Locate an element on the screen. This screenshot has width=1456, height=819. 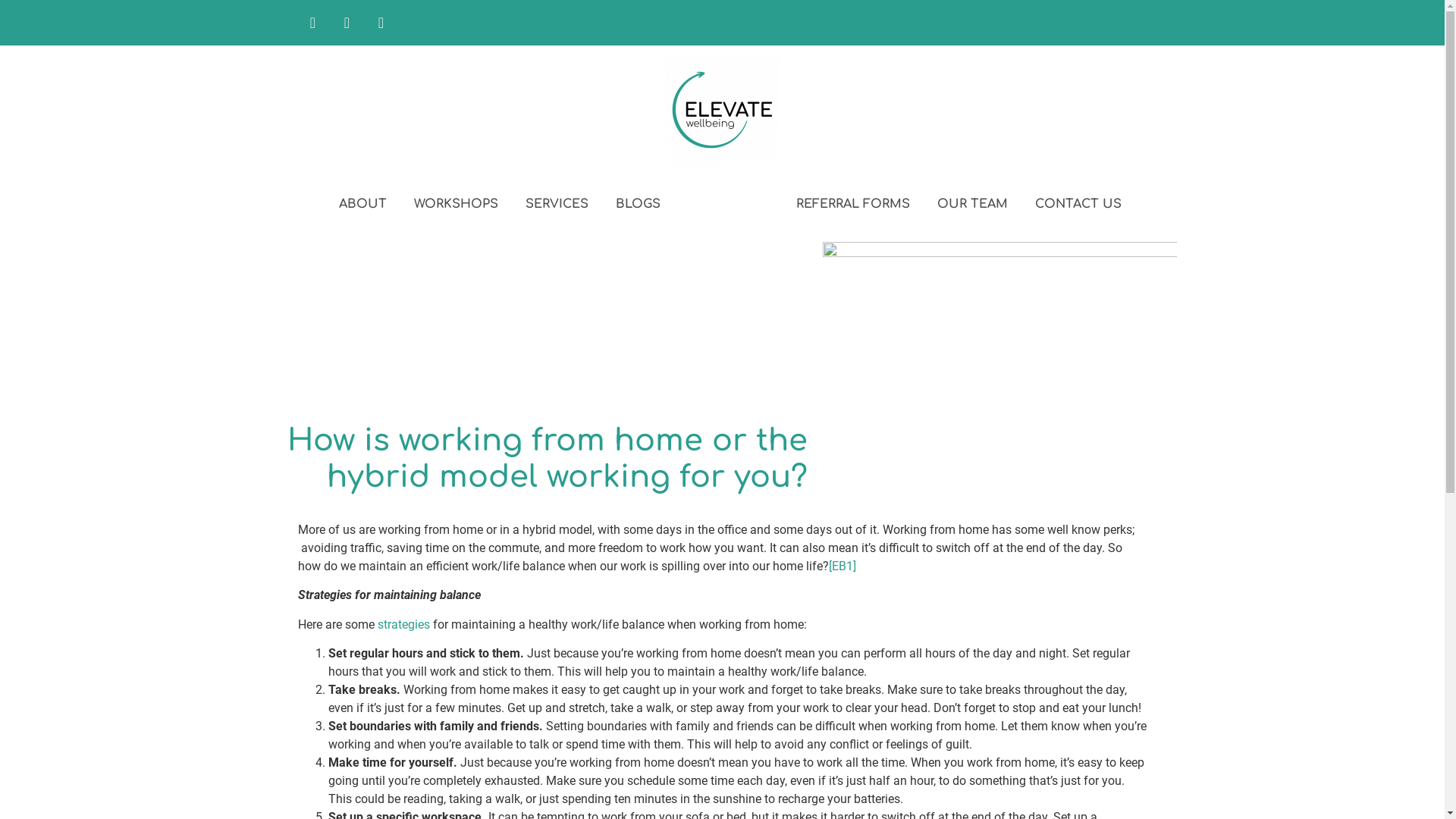
'SERVICES' is located at coordinates (556, 203).